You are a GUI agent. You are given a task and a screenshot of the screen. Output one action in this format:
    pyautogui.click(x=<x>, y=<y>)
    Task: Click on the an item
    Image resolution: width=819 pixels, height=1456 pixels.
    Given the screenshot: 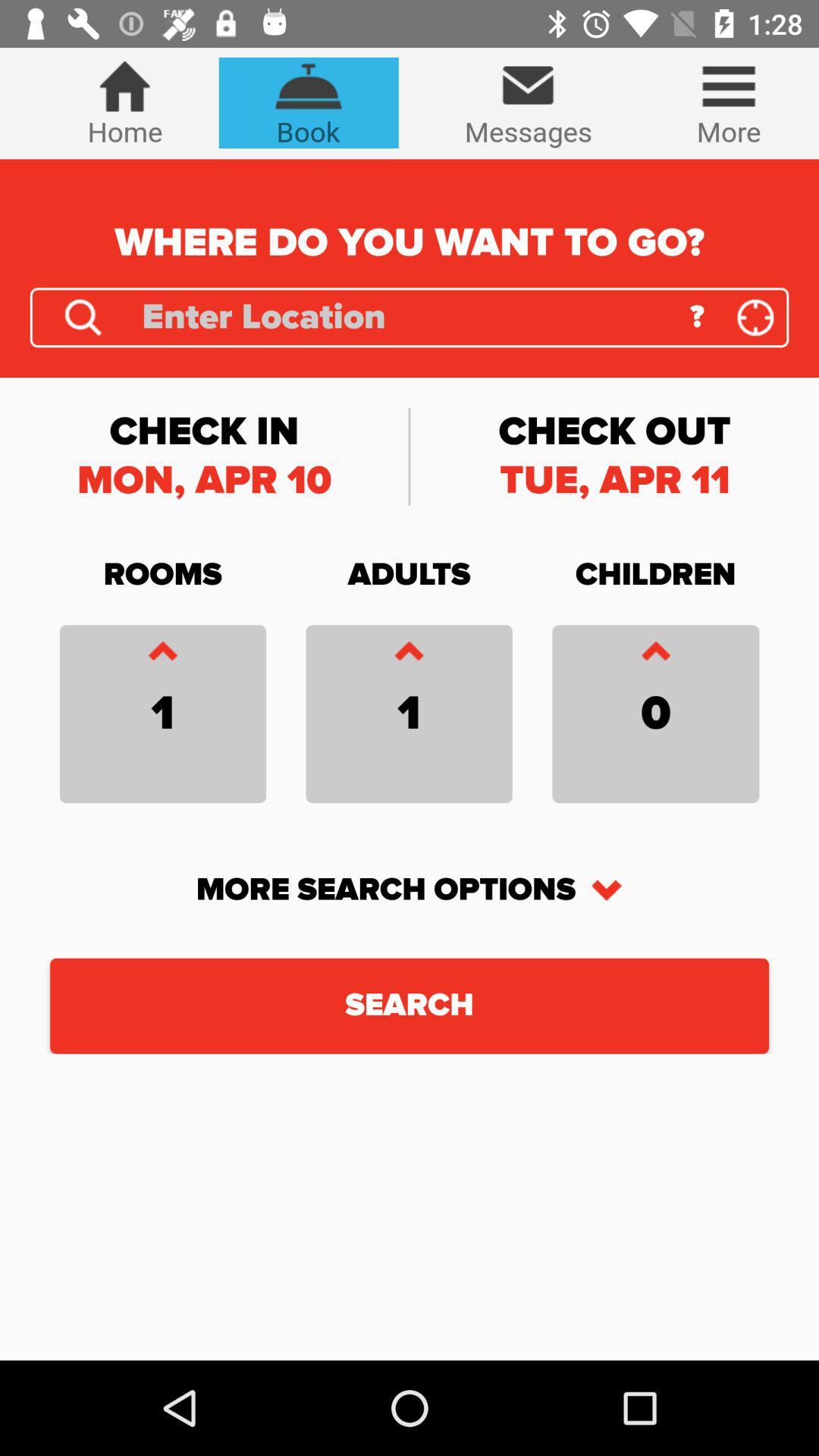 What is the action you would take?
    pyautogui.click(x=408, y=654)
    